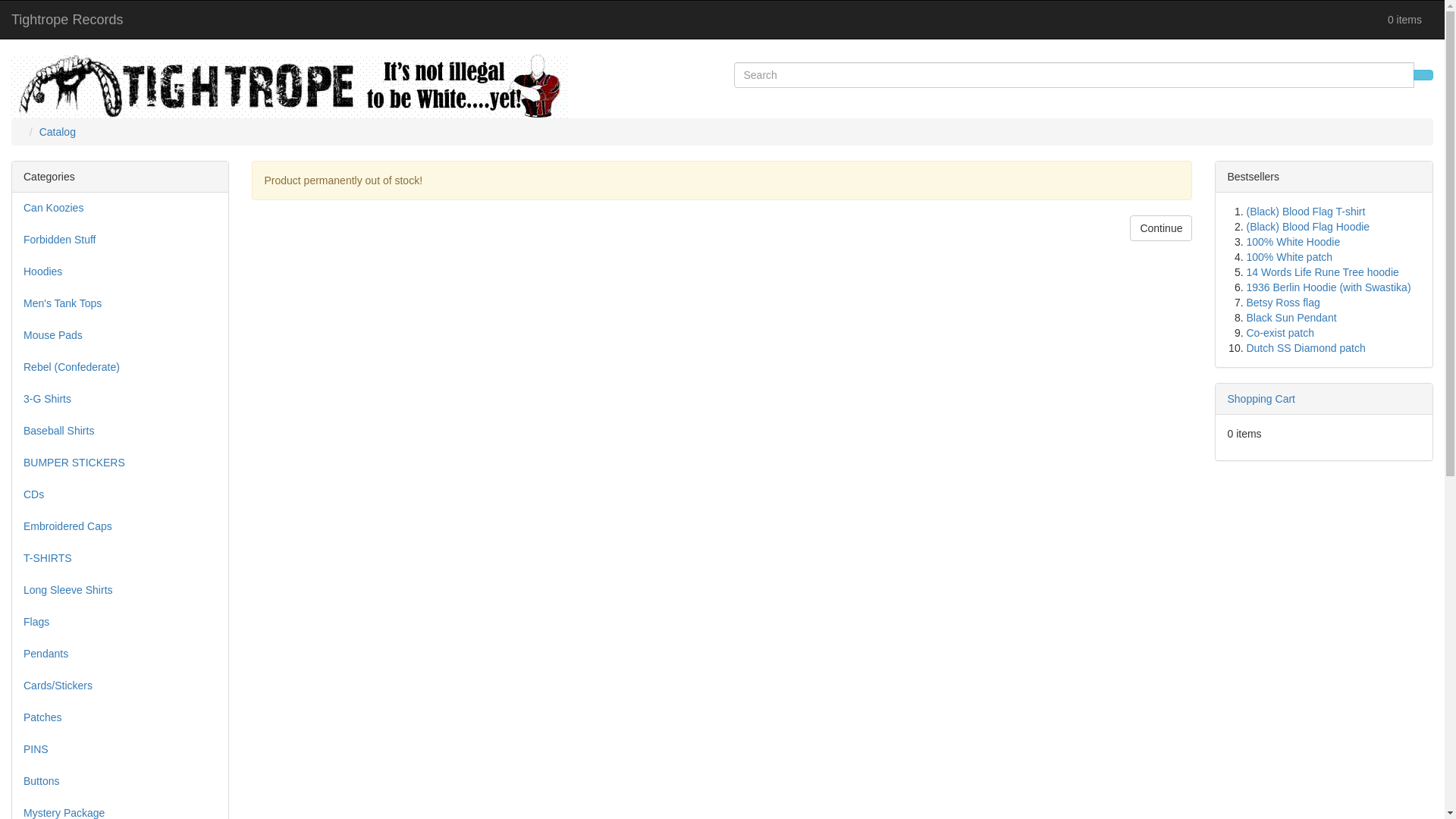 The height and width of the screenshot is (819, 1456). I want to click on 'Forbidden Stuff', so click(119, 239).